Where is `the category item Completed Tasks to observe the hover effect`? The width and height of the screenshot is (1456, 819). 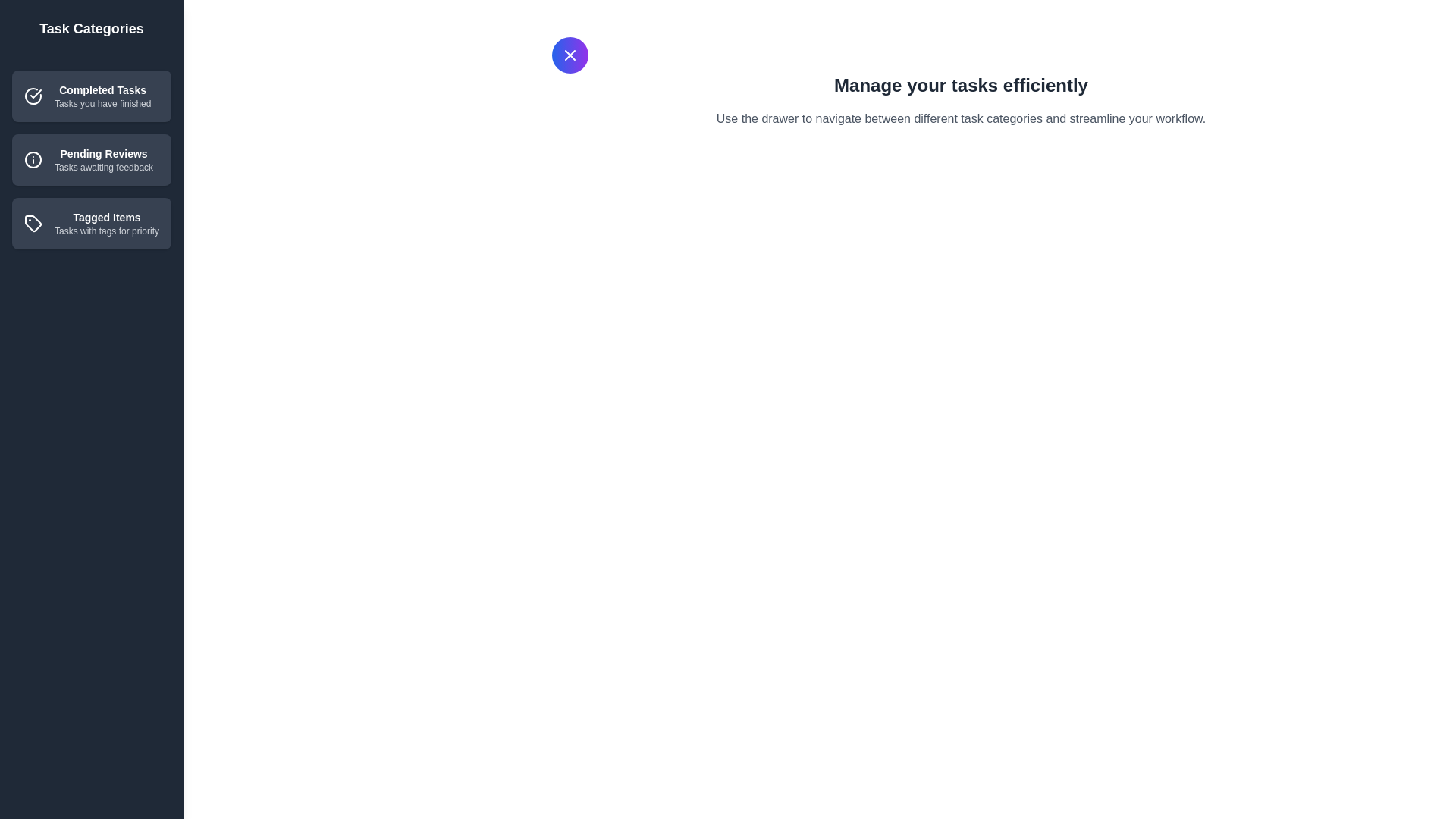
the category item Completed Tasks to observe the hover effect is located at coordinates (90, 96).